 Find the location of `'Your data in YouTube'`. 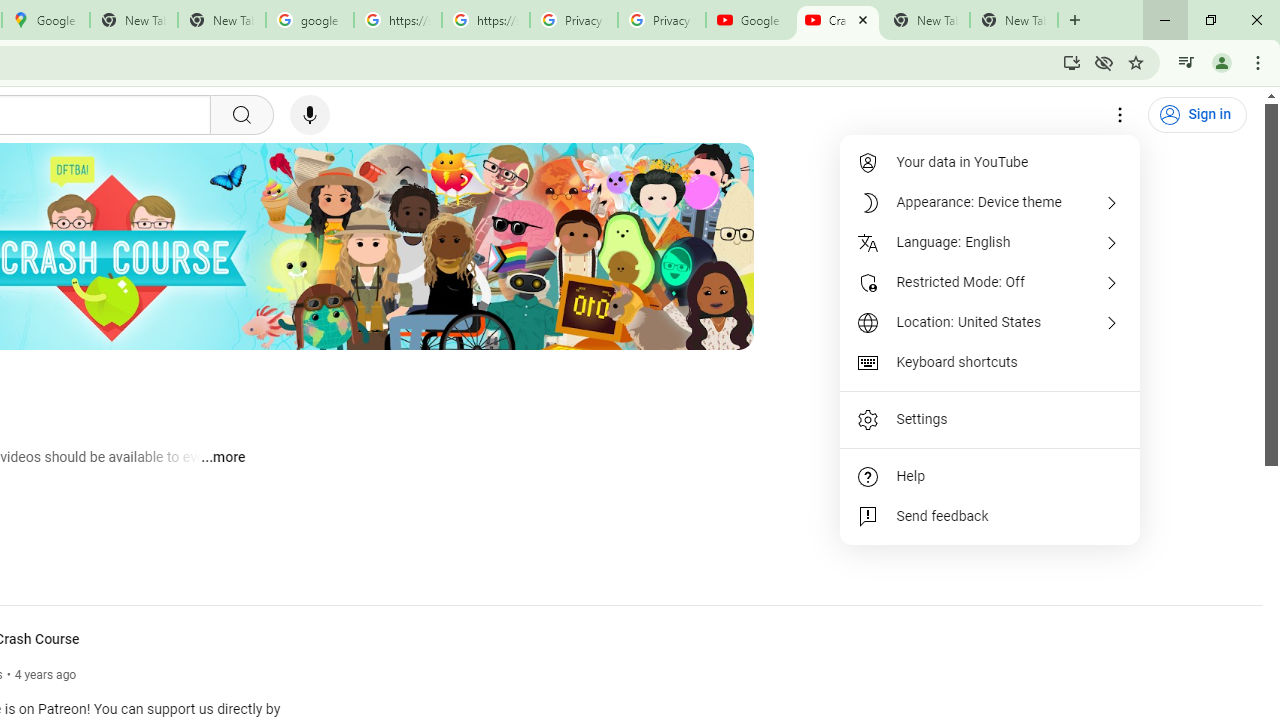

'Your data in YouTube' is located at coordinates (990, 162).